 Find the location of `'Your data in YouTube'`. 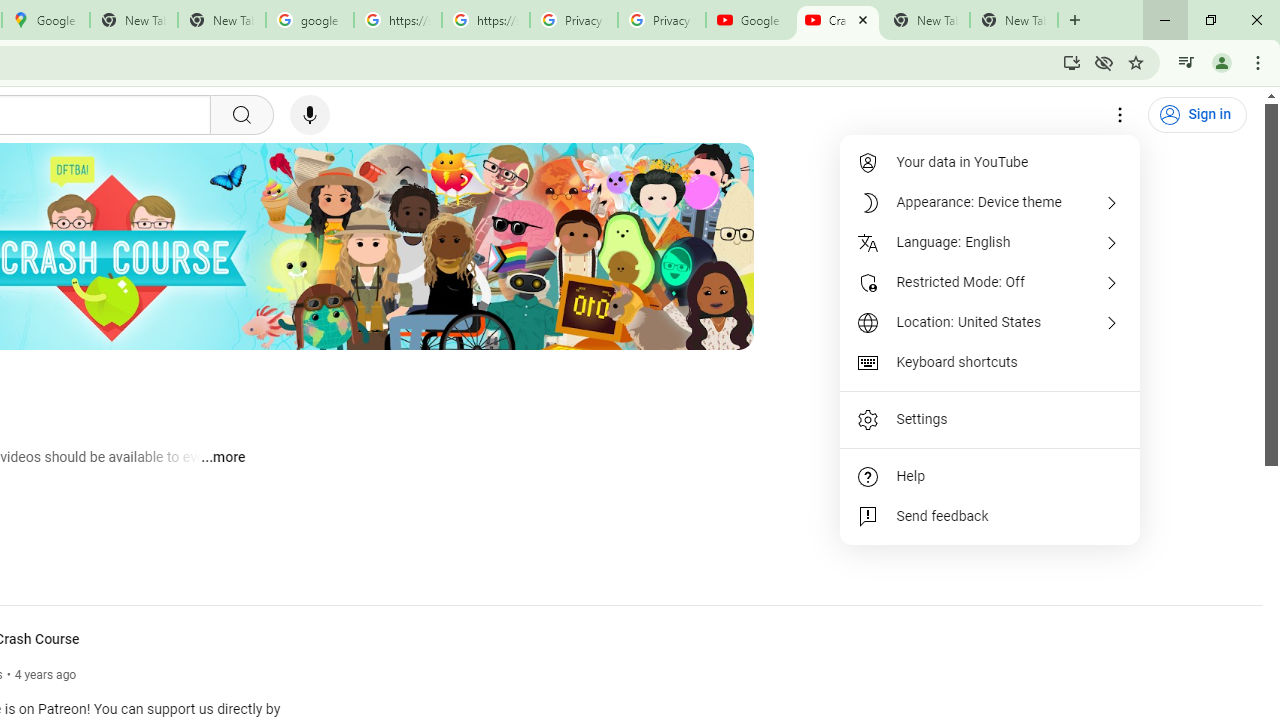

'Your data in YouTube' is located at coordinates (990, 162).